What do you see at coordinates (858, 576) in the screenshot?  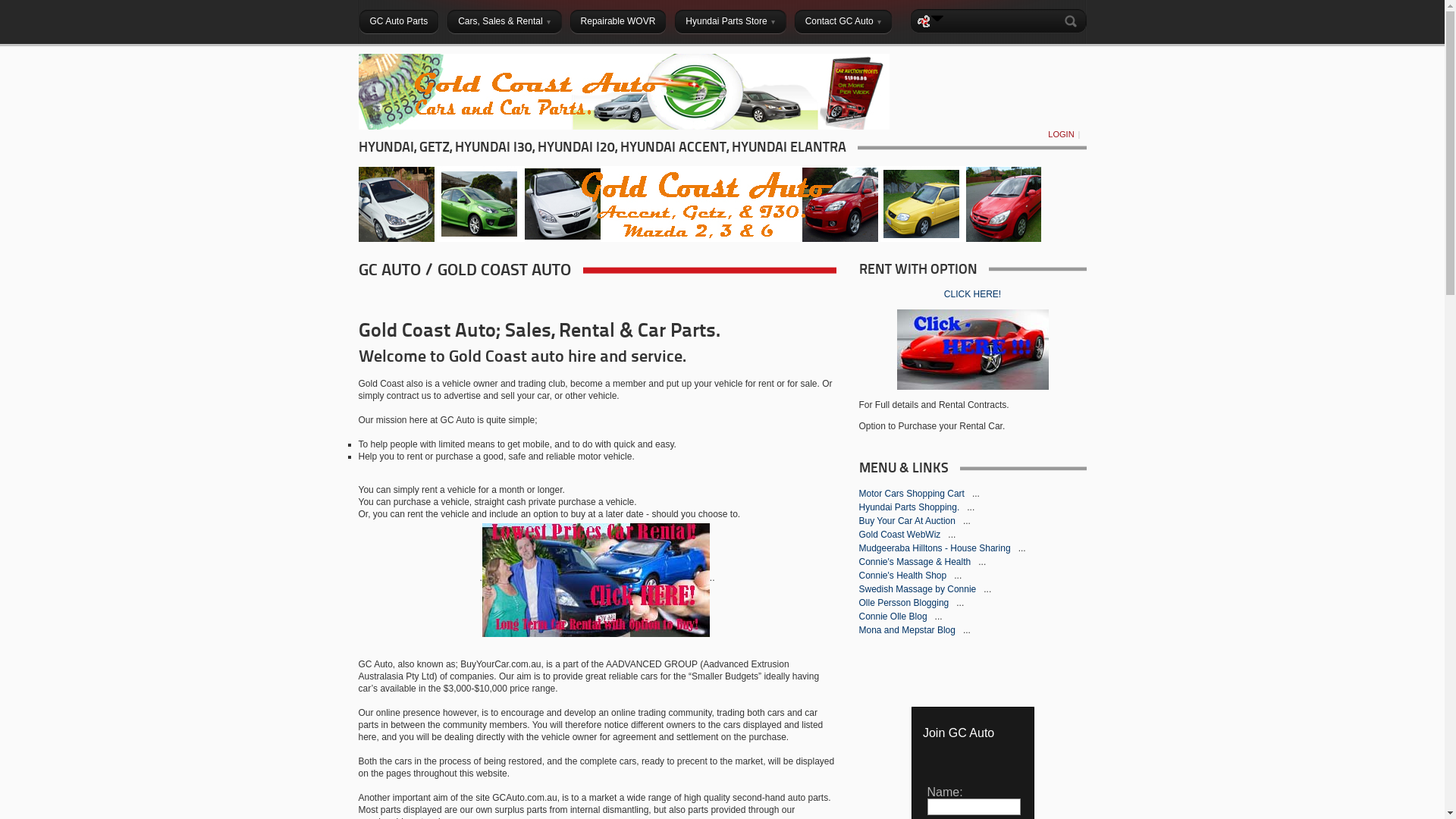 I see `'Connie's Health Shop'` at bounding box center [858, 576].